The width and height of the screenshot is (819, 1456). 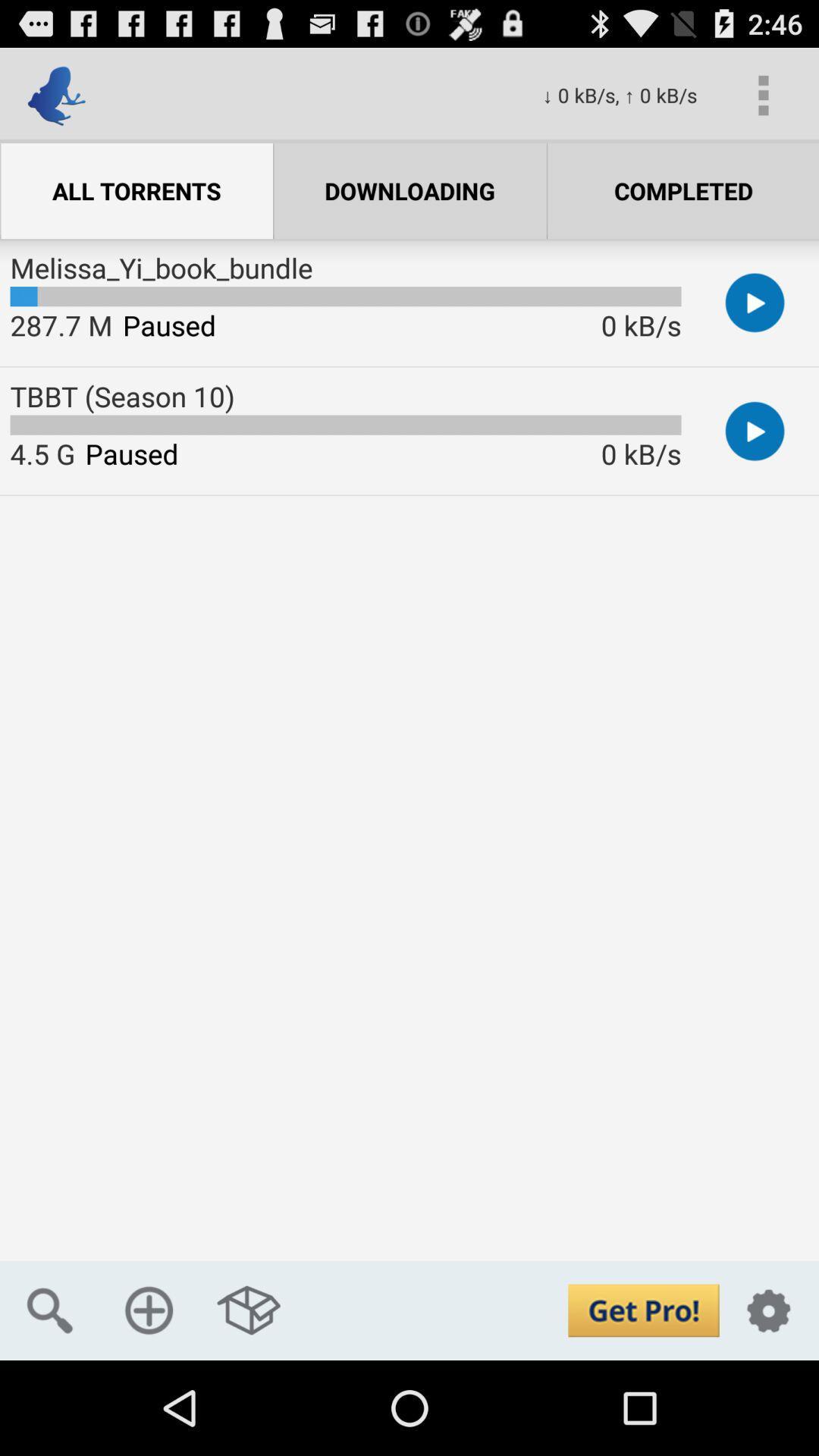 I want to click on the item to the right of 0 kb s item, so click(x=763, y=94).